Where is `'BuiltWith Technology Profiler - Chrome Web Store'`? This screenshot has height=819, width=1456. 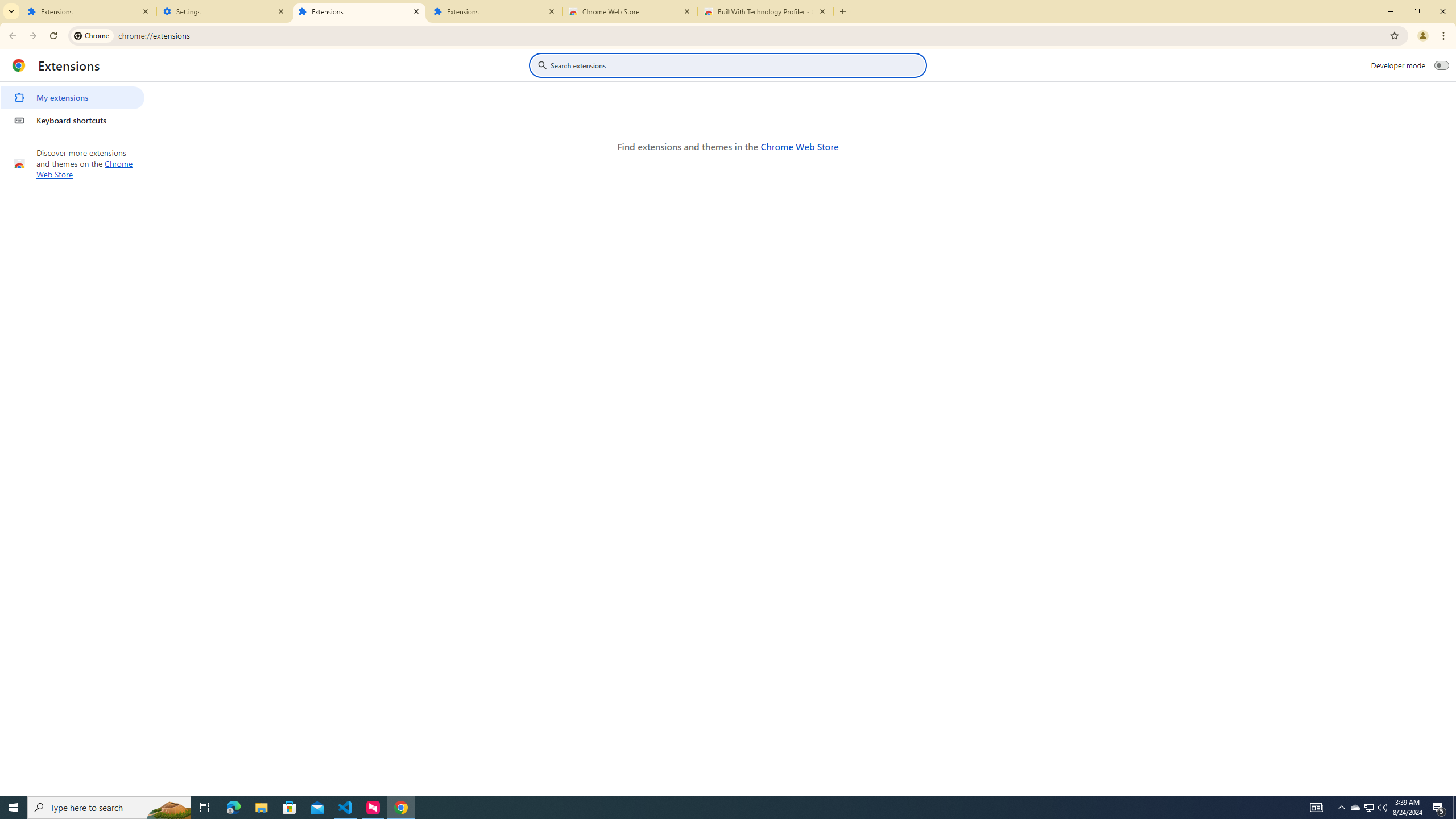 'BuiltWith Technology Profiler - Chrome Web Store' is located at coordinates (765, 11).